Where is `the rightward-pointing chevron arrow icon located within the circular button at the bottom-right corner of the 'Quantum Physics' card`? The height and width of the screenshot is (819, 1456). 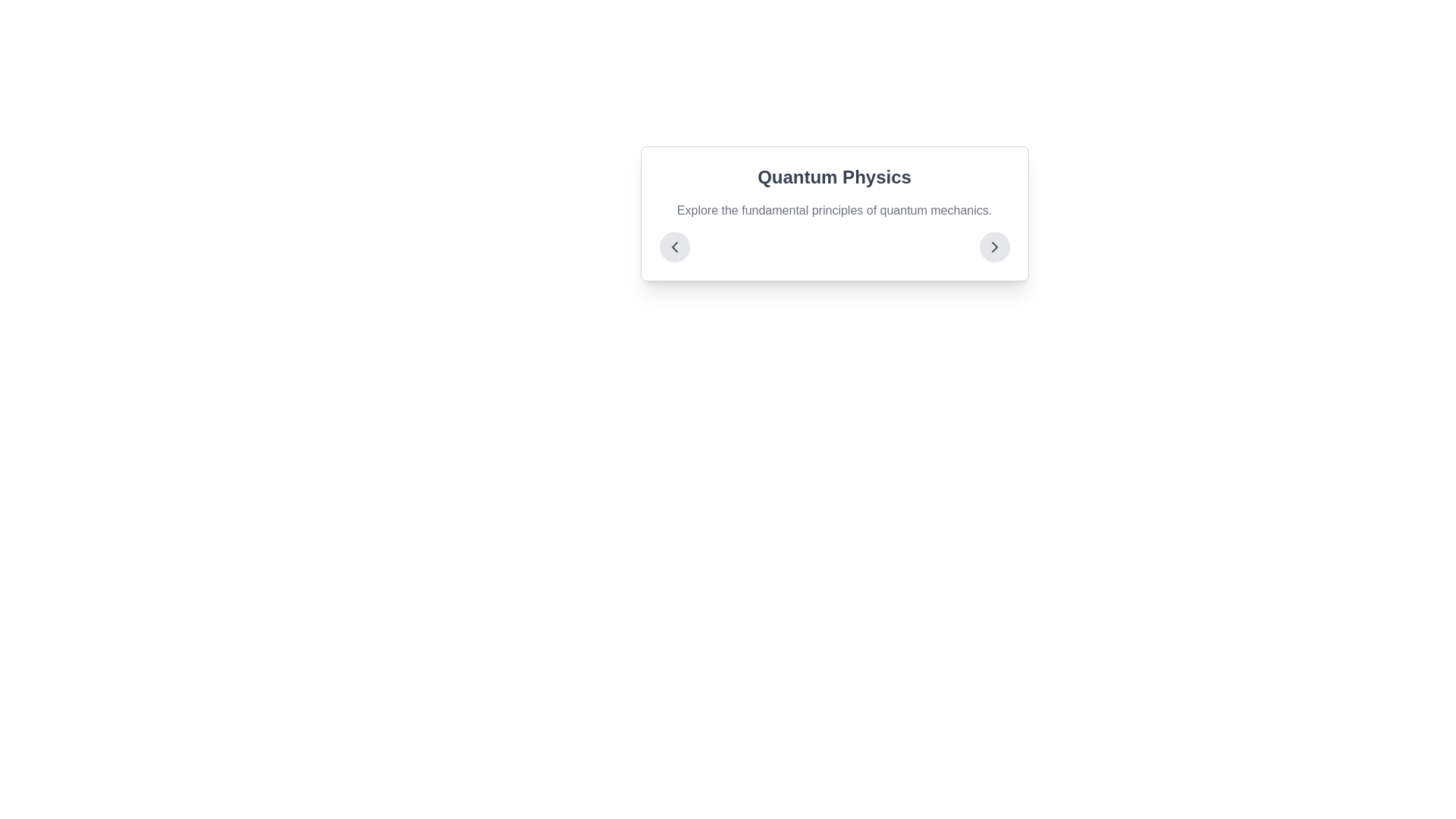 the rightward-pointing chevron arrow icon located within the circular button at the bottom-right corner of the 'Quantum Physics' card is located at coordinates (994, 246).